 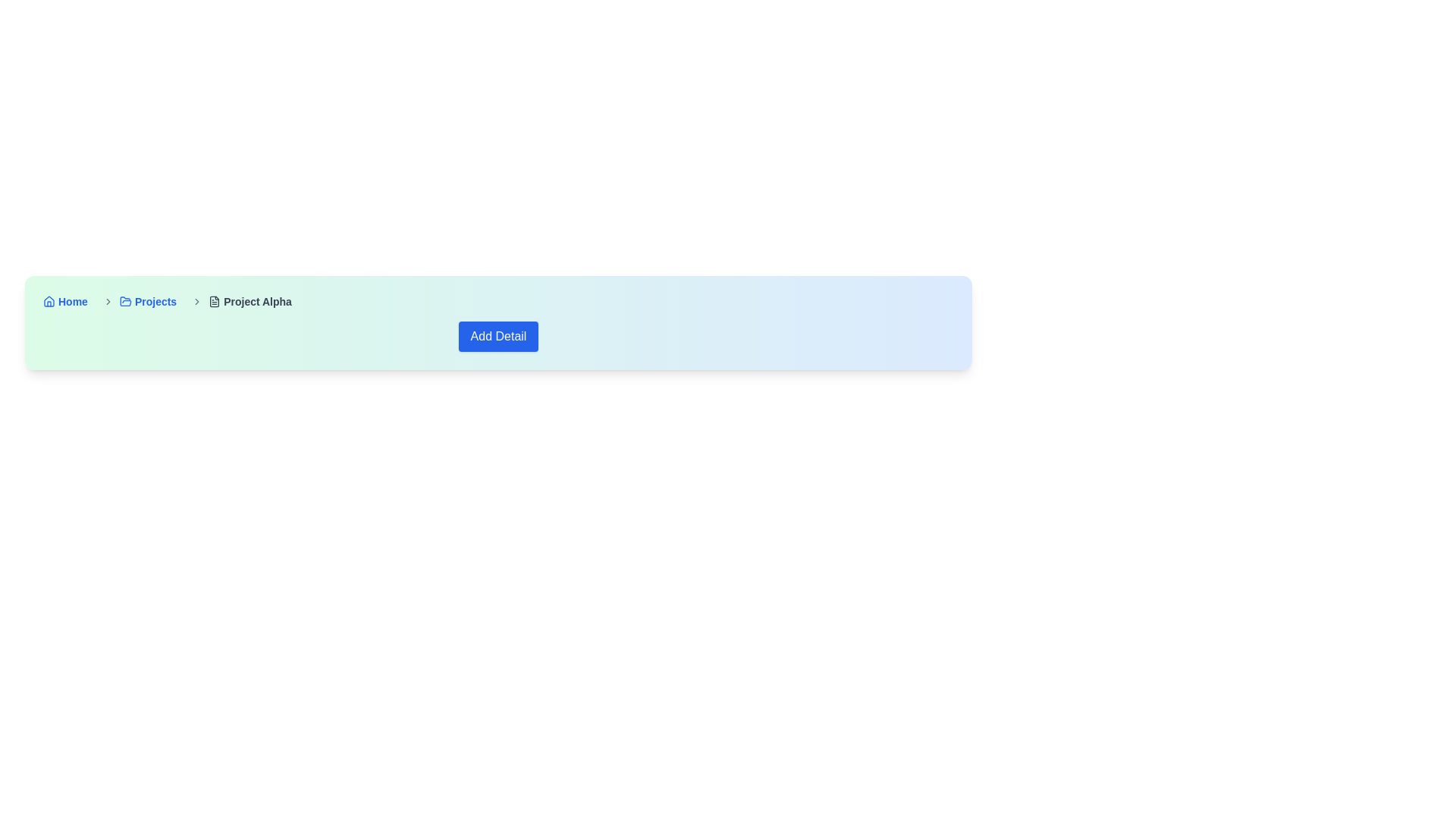 I want to click on the 'Projects' breadcrumb link, so click(x=136, y=301).